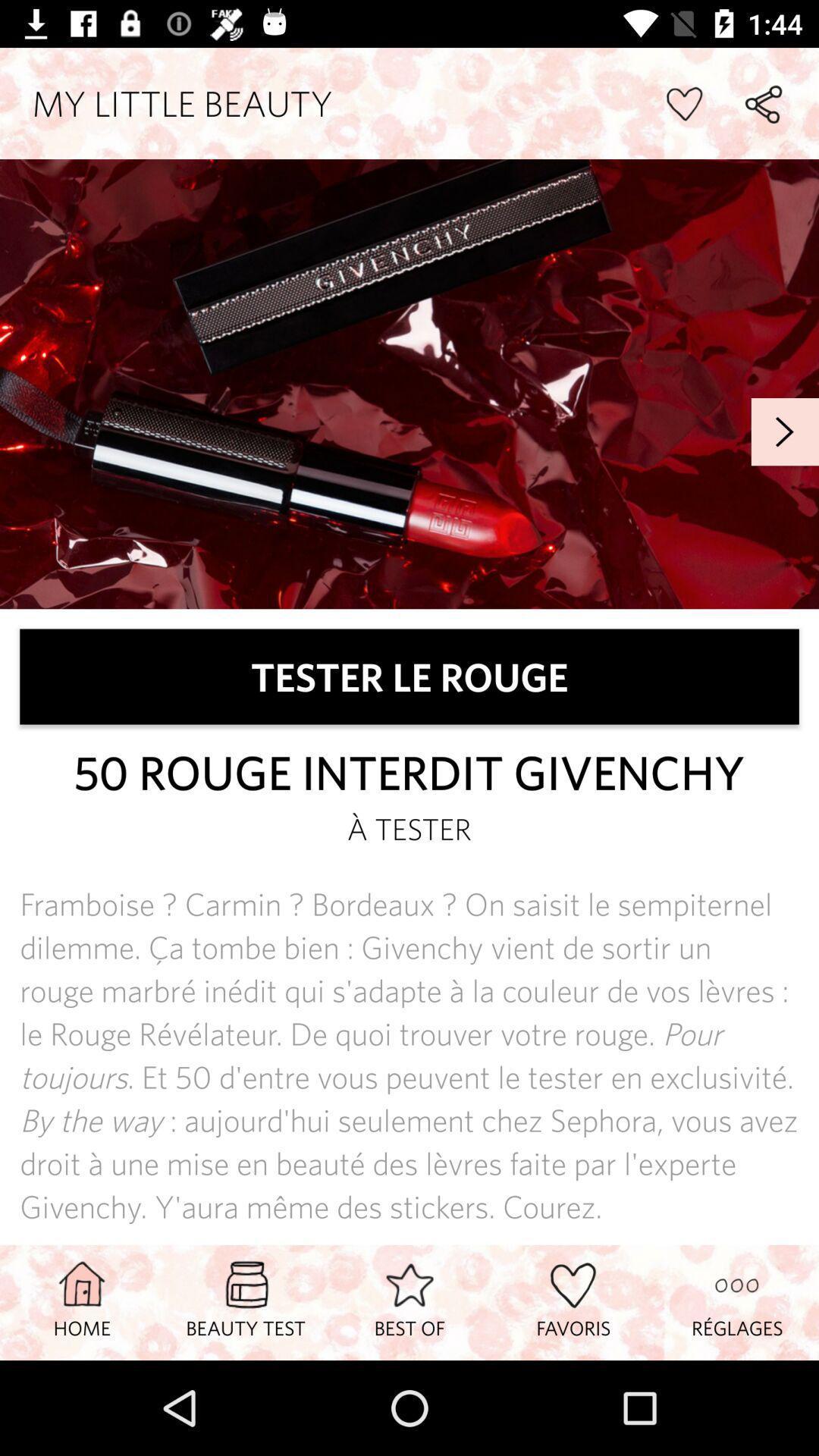  What do you see at coordinates (409, 676) in the screenshot?
I see `tester le rouge item` at bounding box center [409, 676].